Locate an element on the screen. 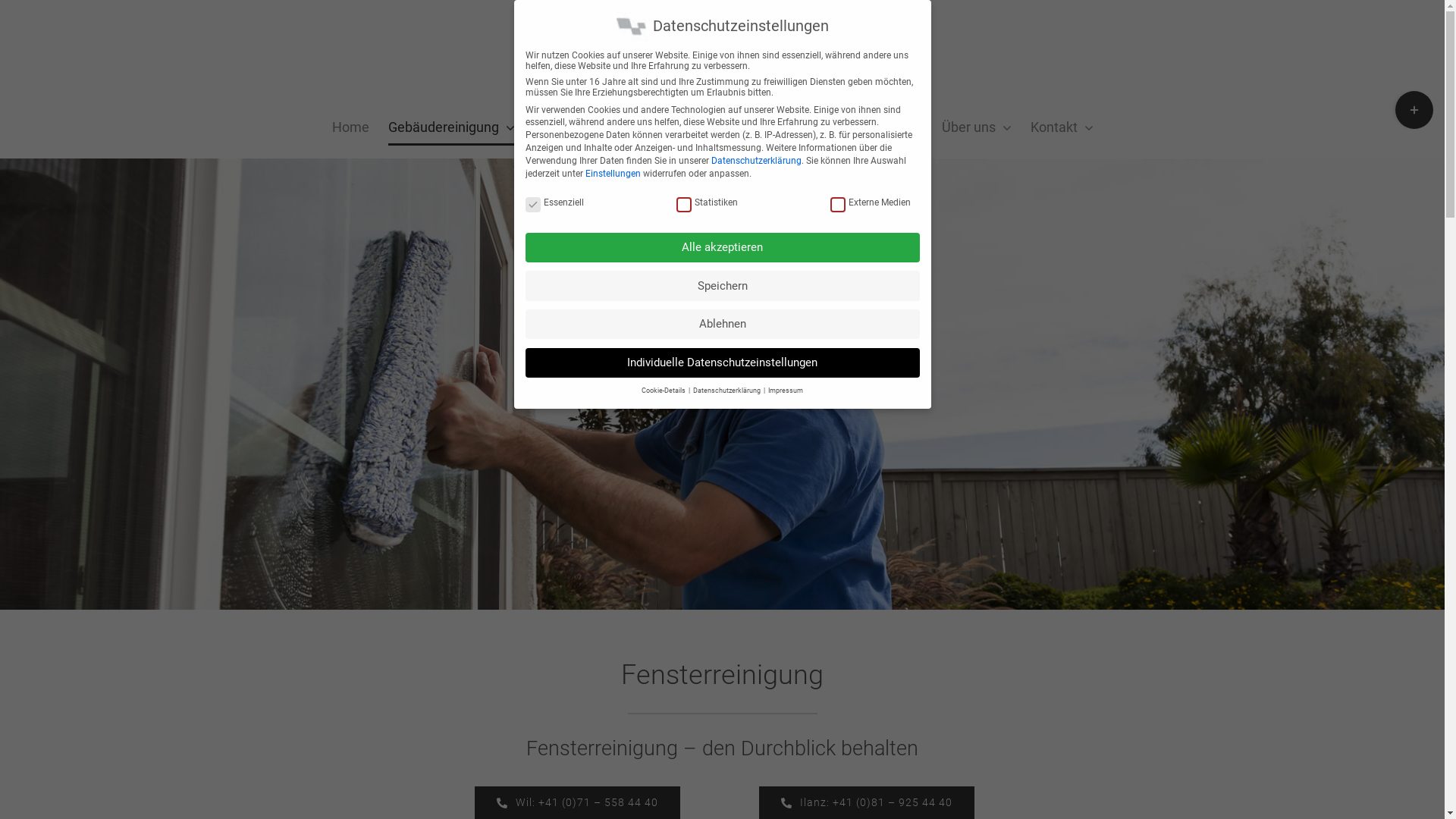  'Individuelle Datenschutzeinstellungen' is located at coordinates (720, 362).